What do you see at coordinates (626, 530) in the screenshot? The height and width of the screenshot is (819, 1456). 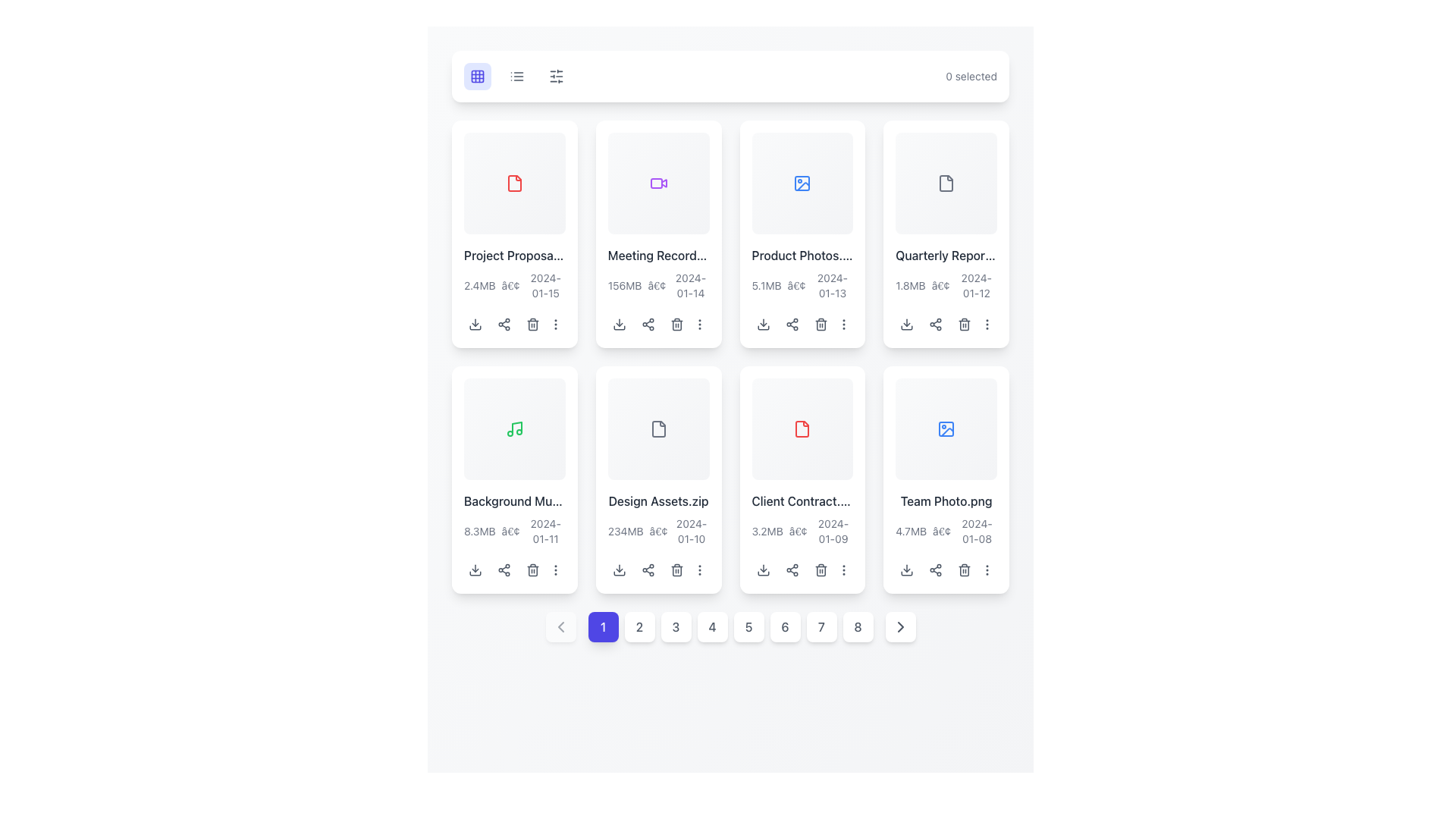 I see `the static text displaying the size of a specific file, which is located in the lower section of a card layout, preceding the separator '•' and the date text '2024-01-10'` at bounding box center [626, 530].